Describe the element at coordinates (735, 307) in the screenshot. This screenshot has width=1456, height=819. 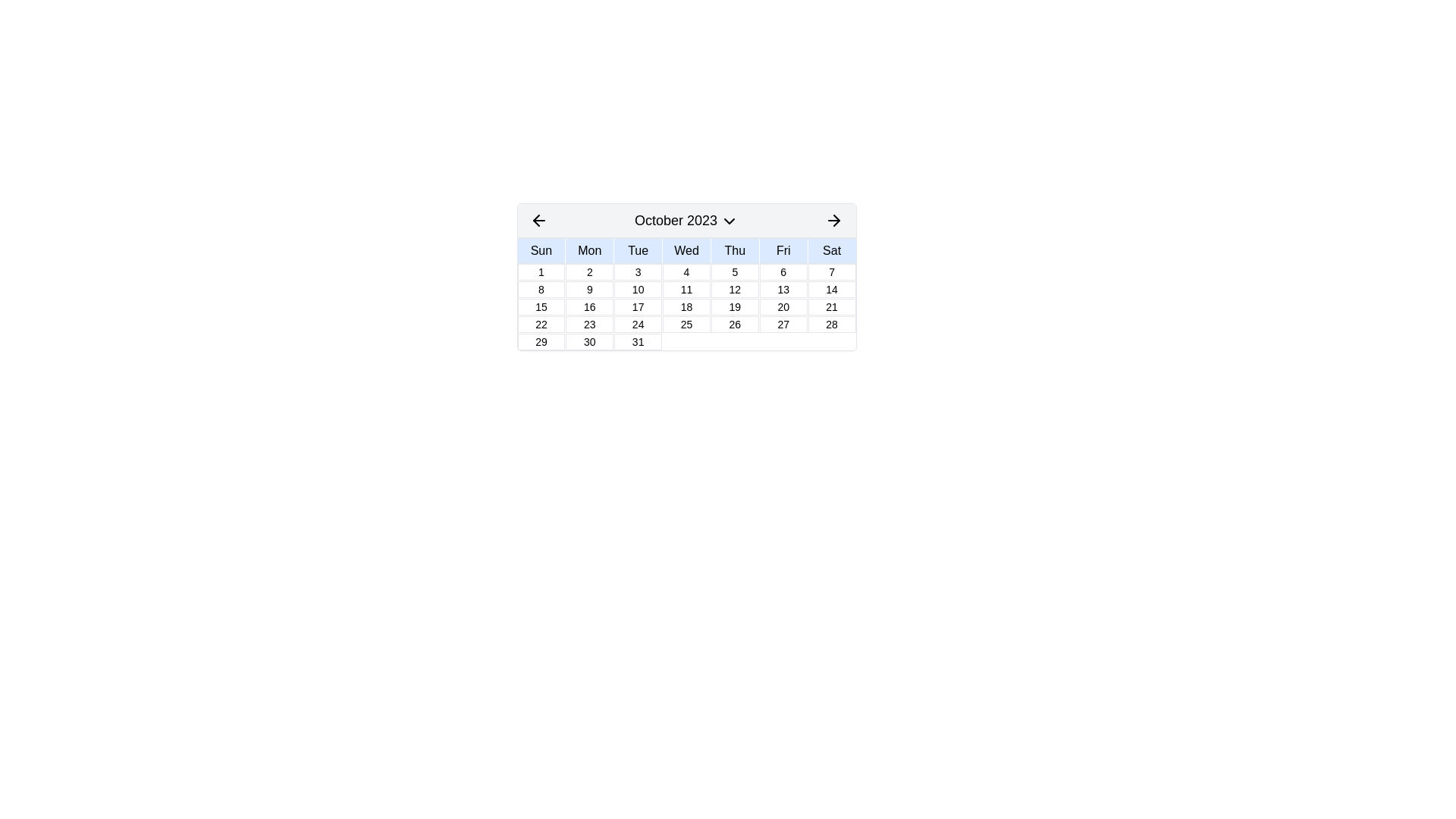
I see `the calendar day cell representing a date under the 'Thu' column in the fourth row of the calendar grid` at that location.